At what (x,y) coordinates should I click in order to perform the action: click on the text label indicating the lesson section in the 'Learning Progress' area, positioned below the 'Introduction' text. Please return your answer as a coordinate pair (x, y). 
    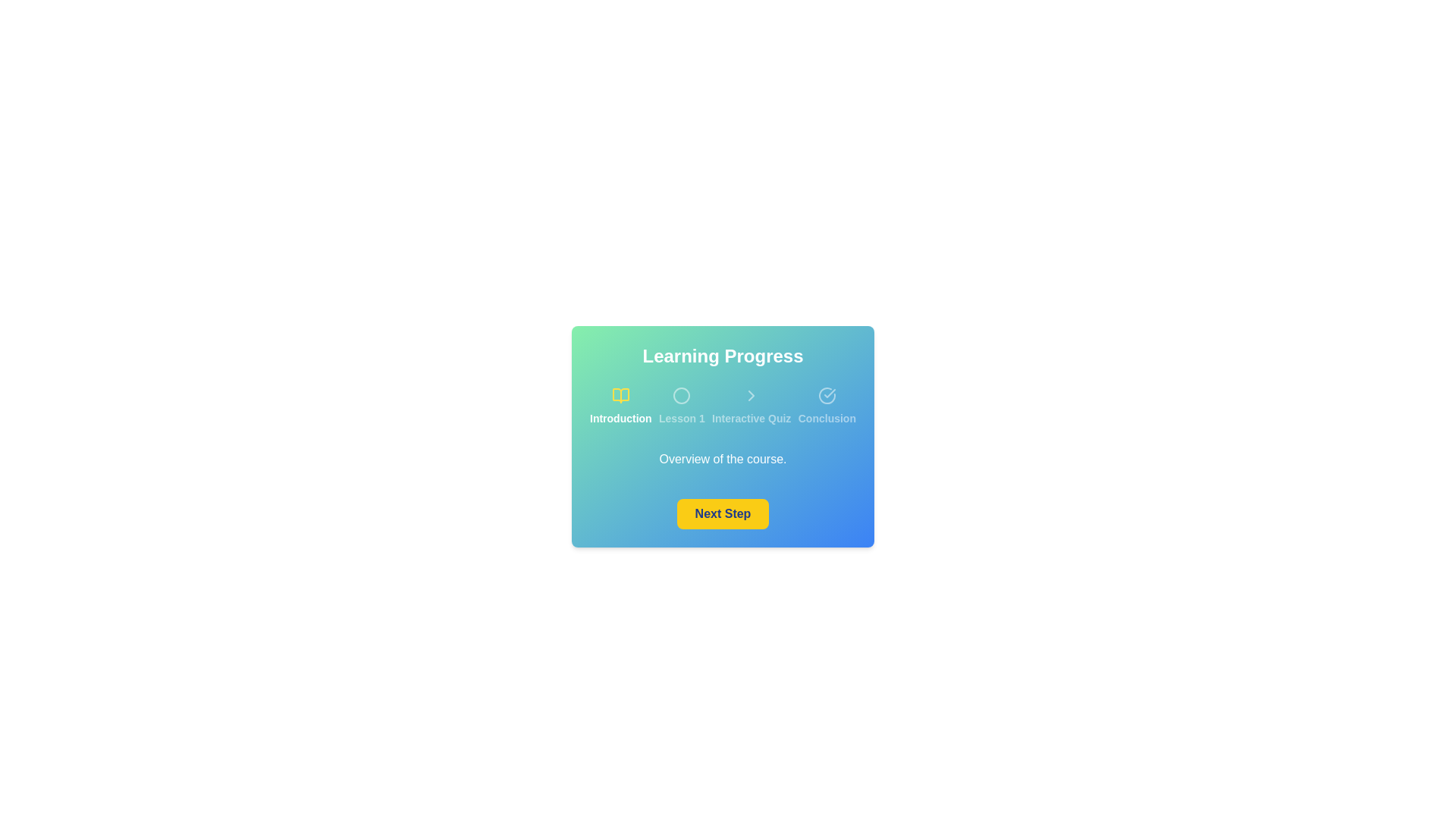
    Looking at the image, I should click on (681, 418).